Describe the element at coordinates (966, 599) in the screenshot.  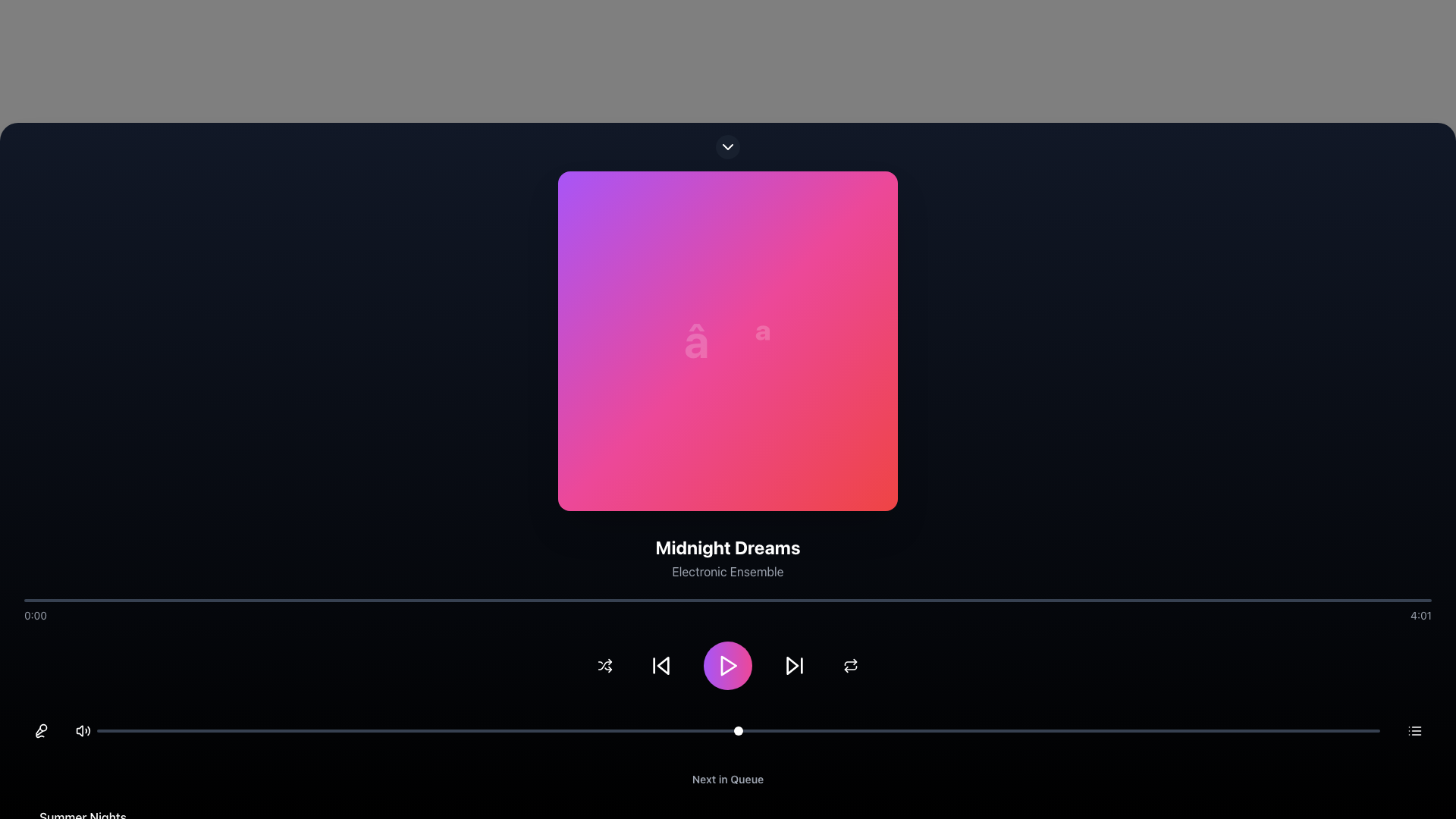
I see `playback position` at that location.